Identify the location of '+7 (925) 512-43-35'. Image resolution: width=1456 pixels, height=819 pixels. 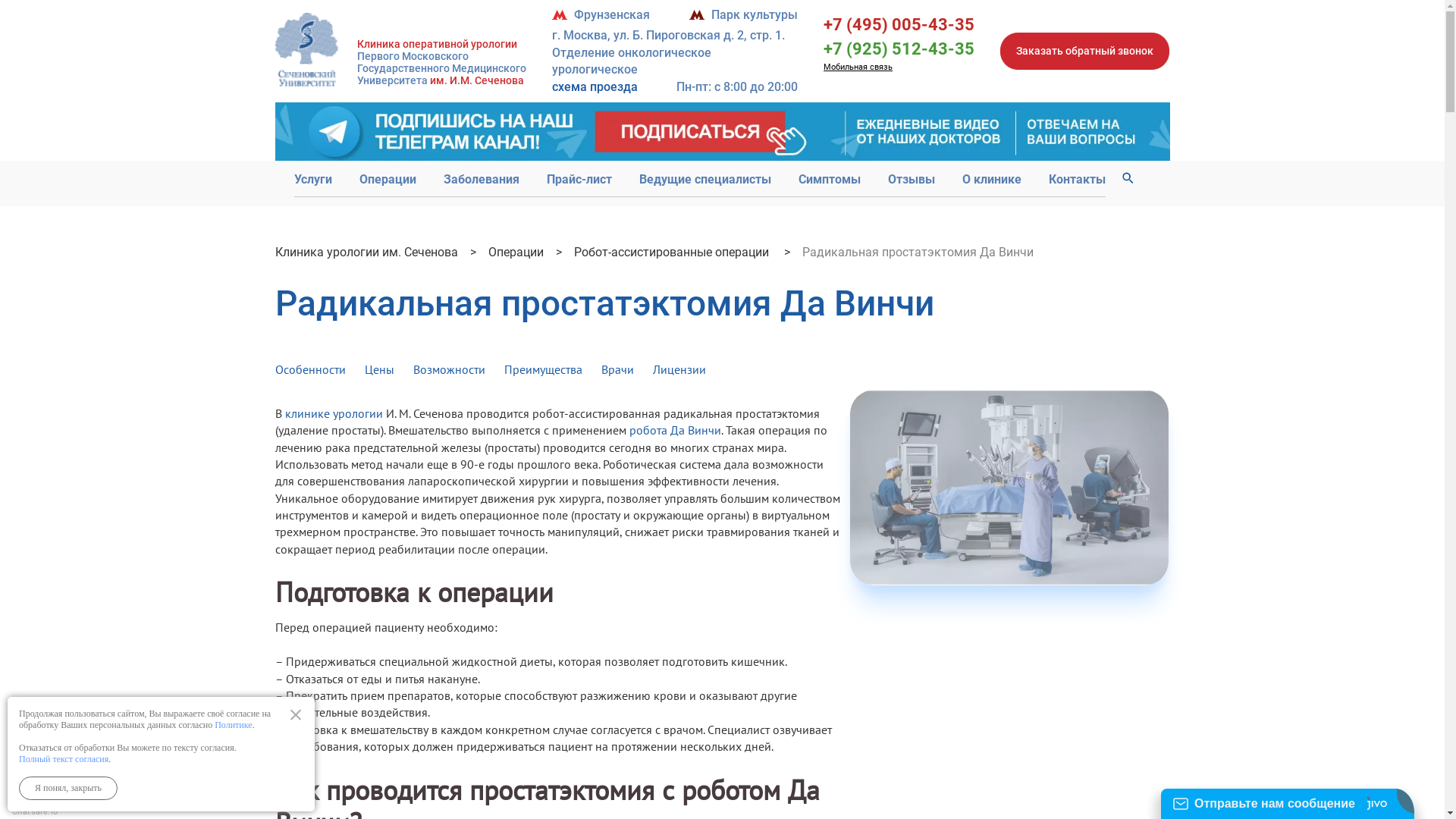
(899, 48).